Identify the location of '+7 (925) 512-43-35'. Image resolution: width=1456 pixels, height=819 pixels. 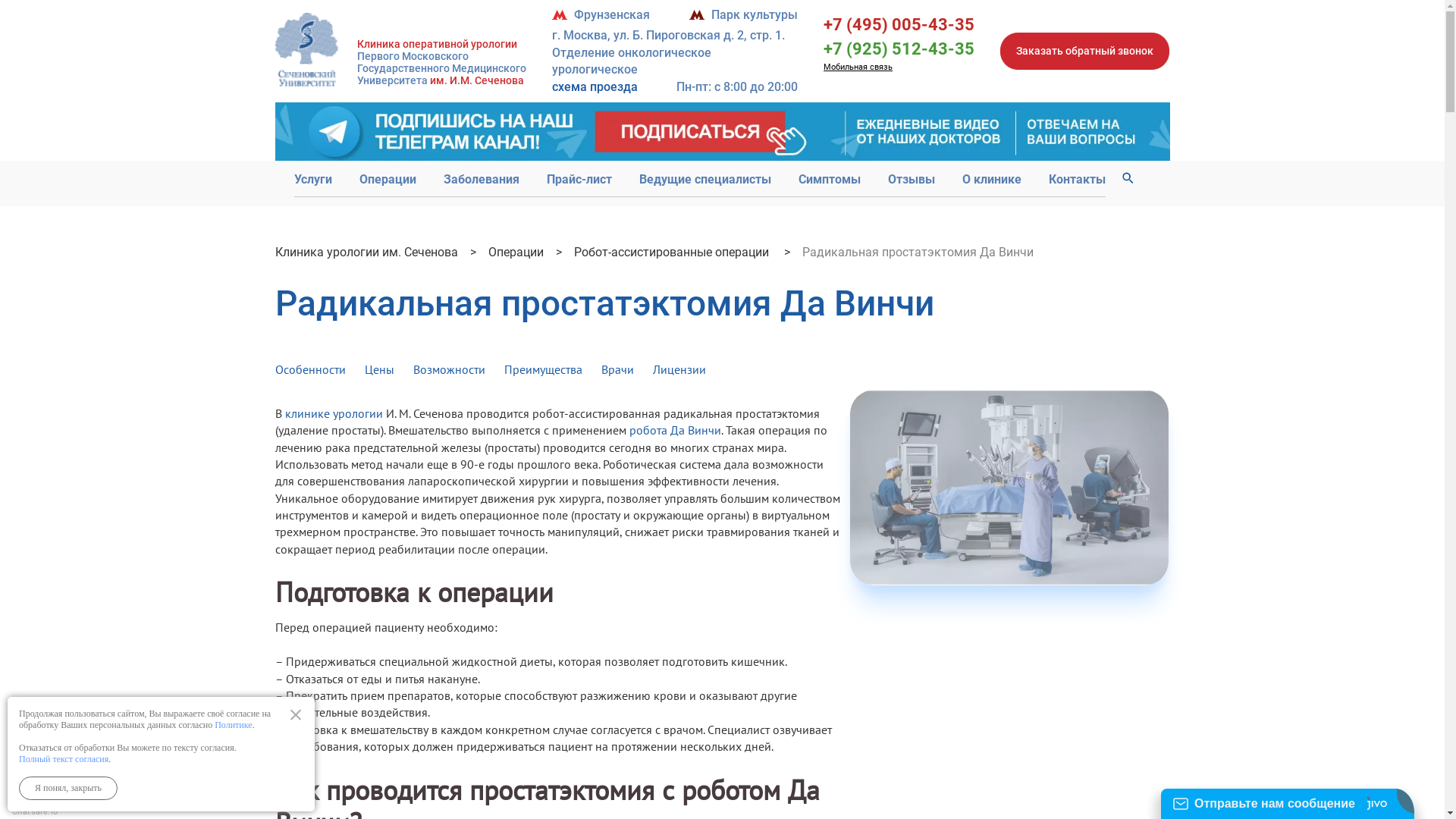
(899, 48).